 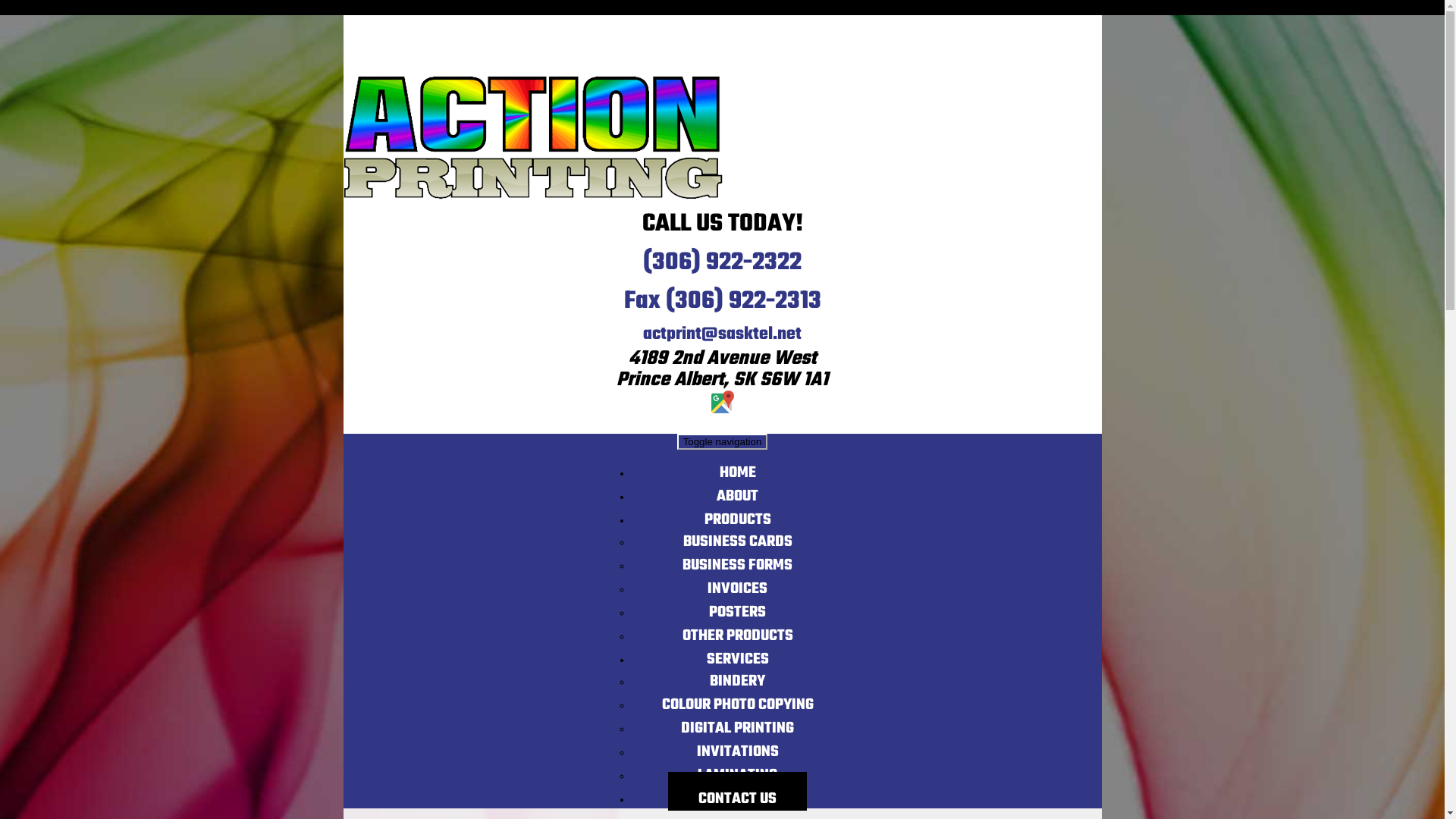 What do you see at coordinates (710, 400) in the screenshot?
I see `'Google Map Icon'` at bounding box center [710, 400].